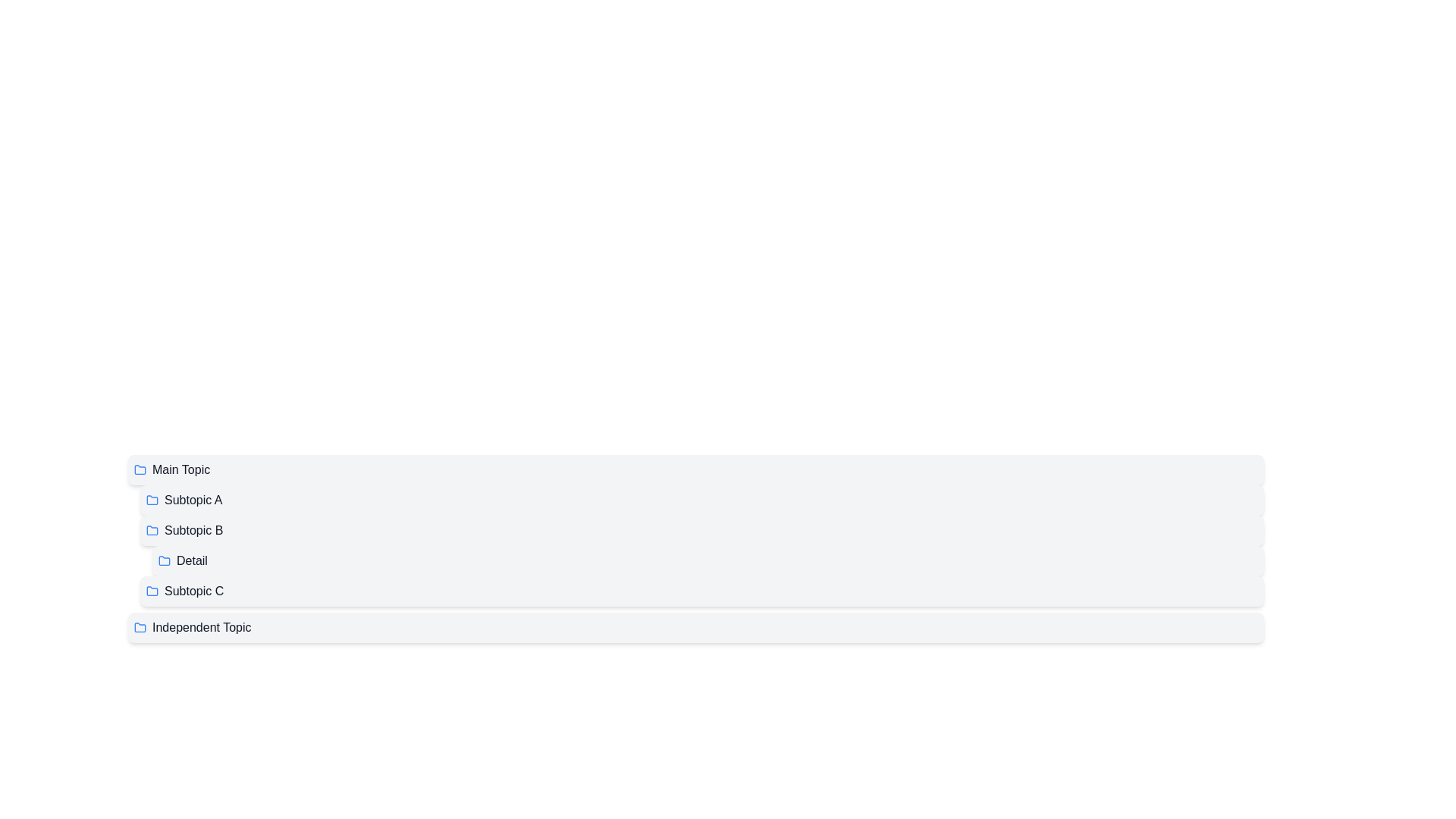  What do you see at coordinates (140, 628) in the screenshot?
I see `the icon representing the 'Independent Topic' located at the beginning of its row` at bounding box center [140, 628].